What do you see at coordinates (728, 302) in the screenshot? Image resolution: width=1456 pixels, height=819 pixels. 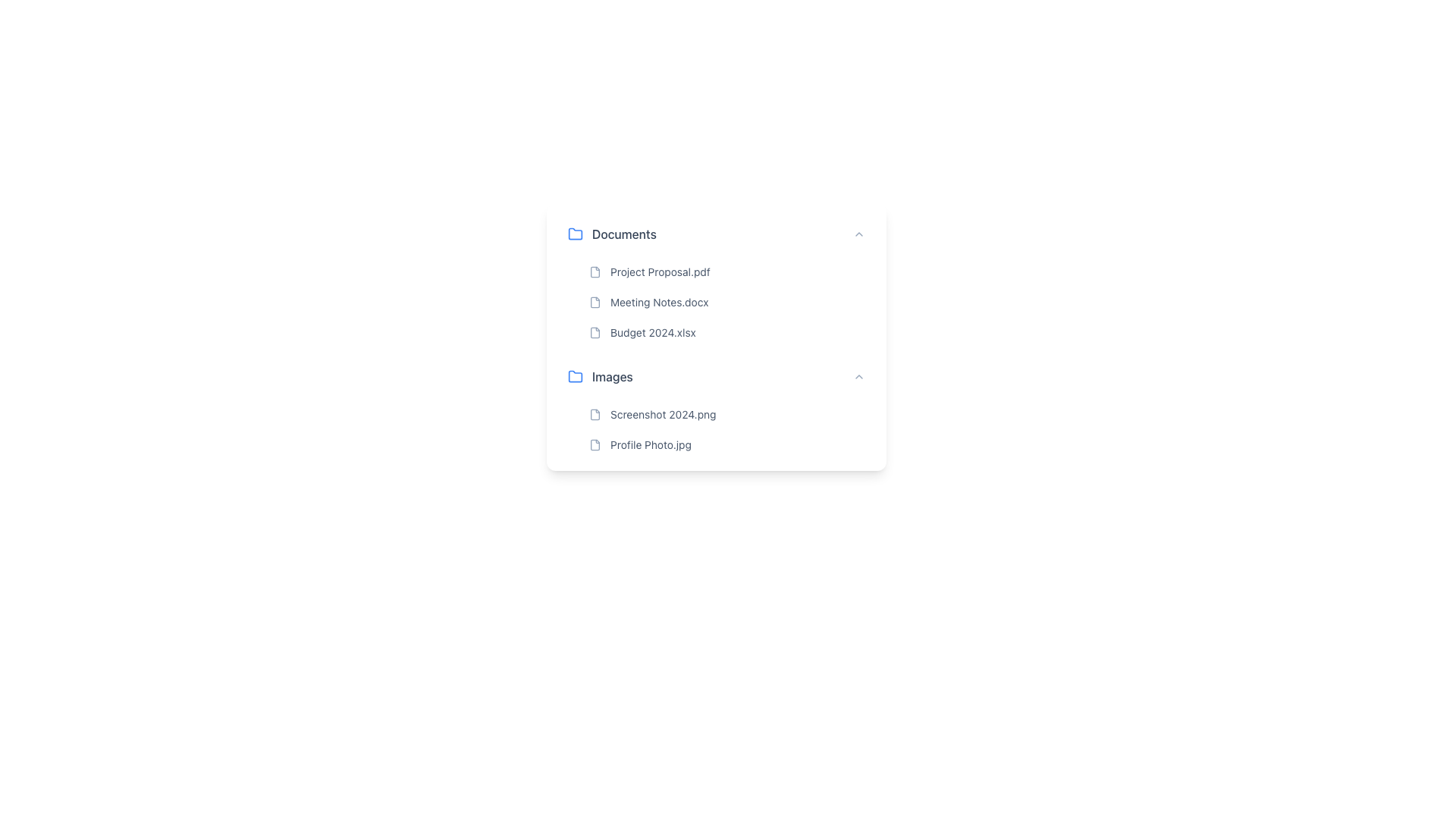 I see `the selectable file entry named 'Meeting Notes.docx'` at bounding box center [728, 302].